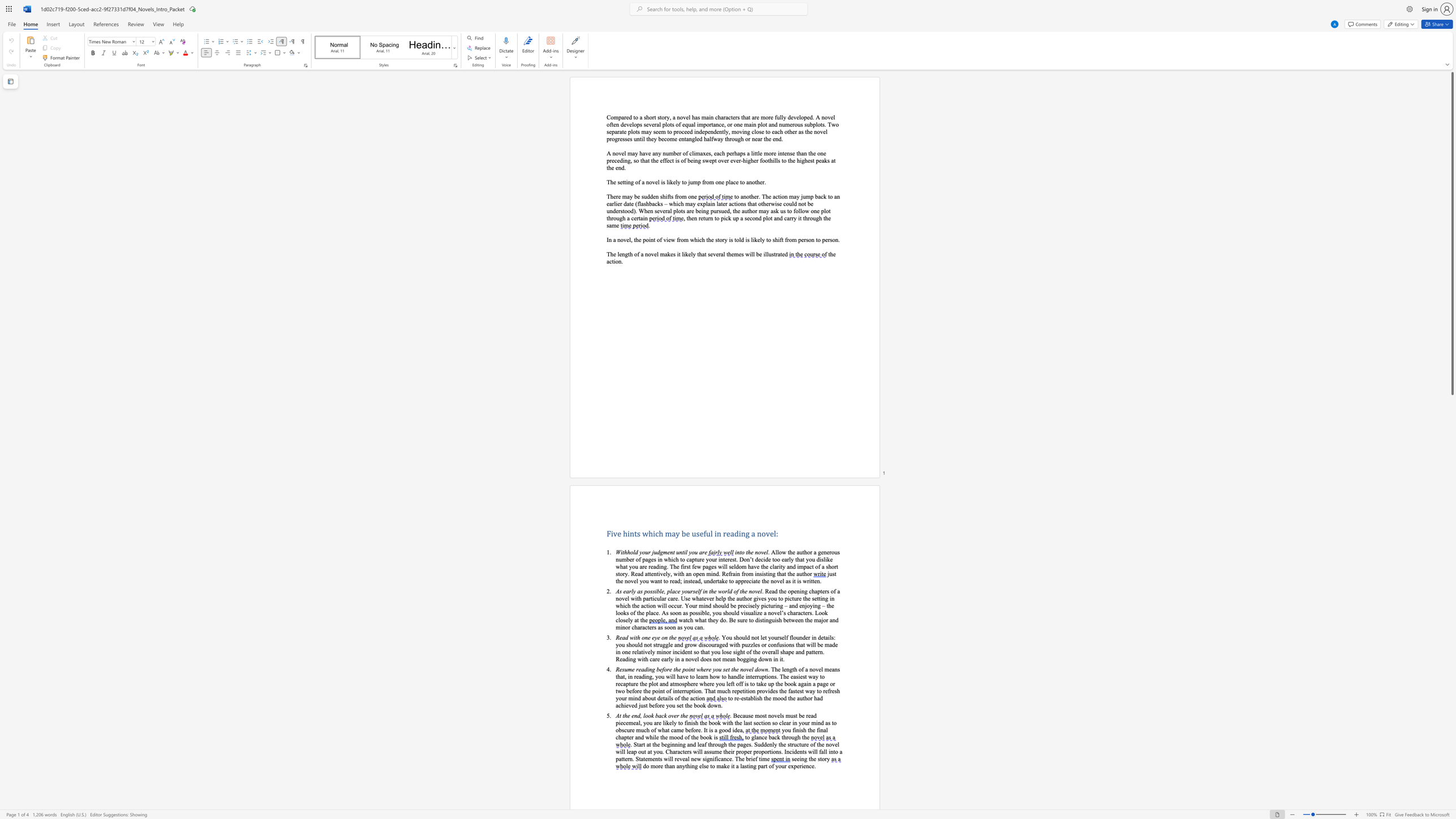  What do you see at coordinates (663, 697) in the screenshot?
I see `the 6th character "t" in the text` at bounding box center [663, 697].